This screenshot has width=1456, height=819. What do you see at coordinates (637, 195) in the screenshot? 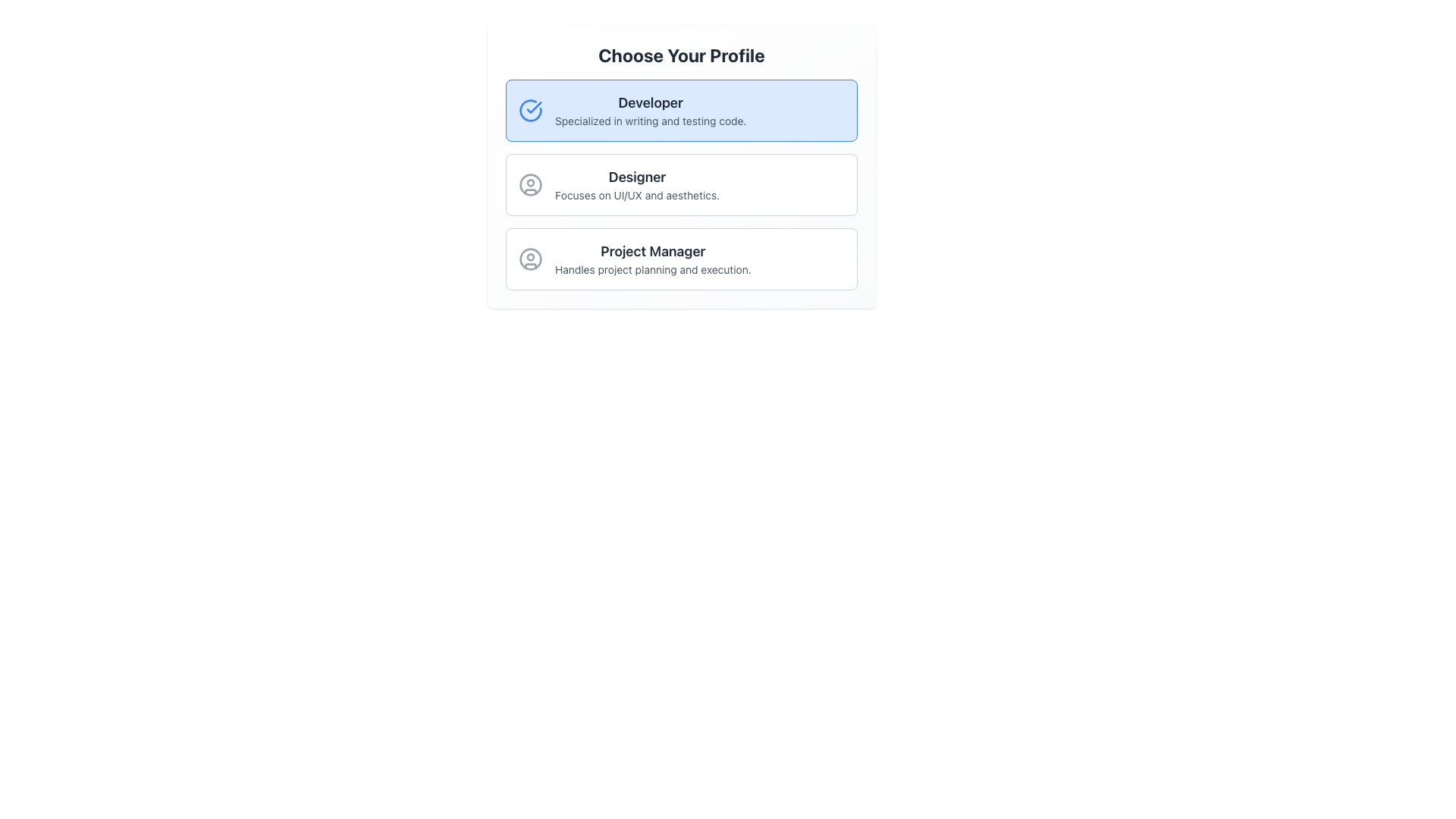
I see `the descriptive text element reading 'Focuses on UI/UX and aesthetics.' which is located beneath the 'Designer' text` at bounding box center [637, 195].